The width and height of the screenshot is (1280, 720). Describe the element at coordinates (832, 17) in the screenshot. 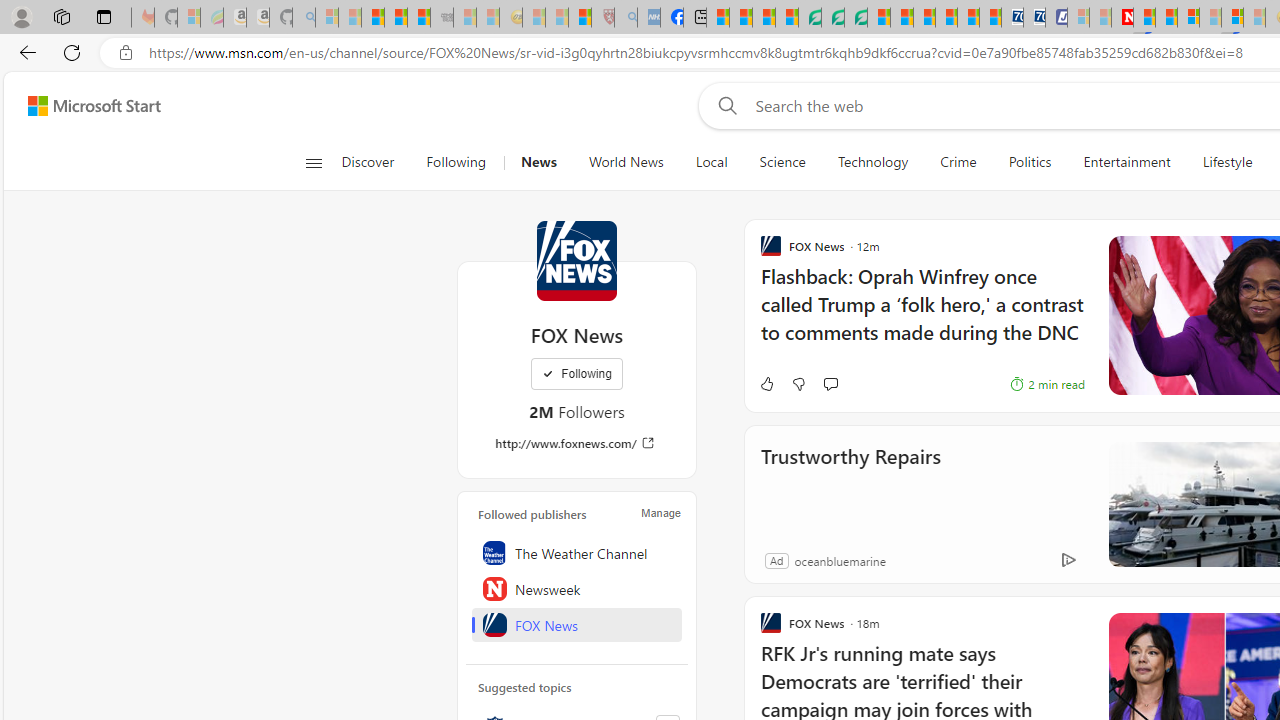

I see `'Terms of Use Agreement'` at that location.